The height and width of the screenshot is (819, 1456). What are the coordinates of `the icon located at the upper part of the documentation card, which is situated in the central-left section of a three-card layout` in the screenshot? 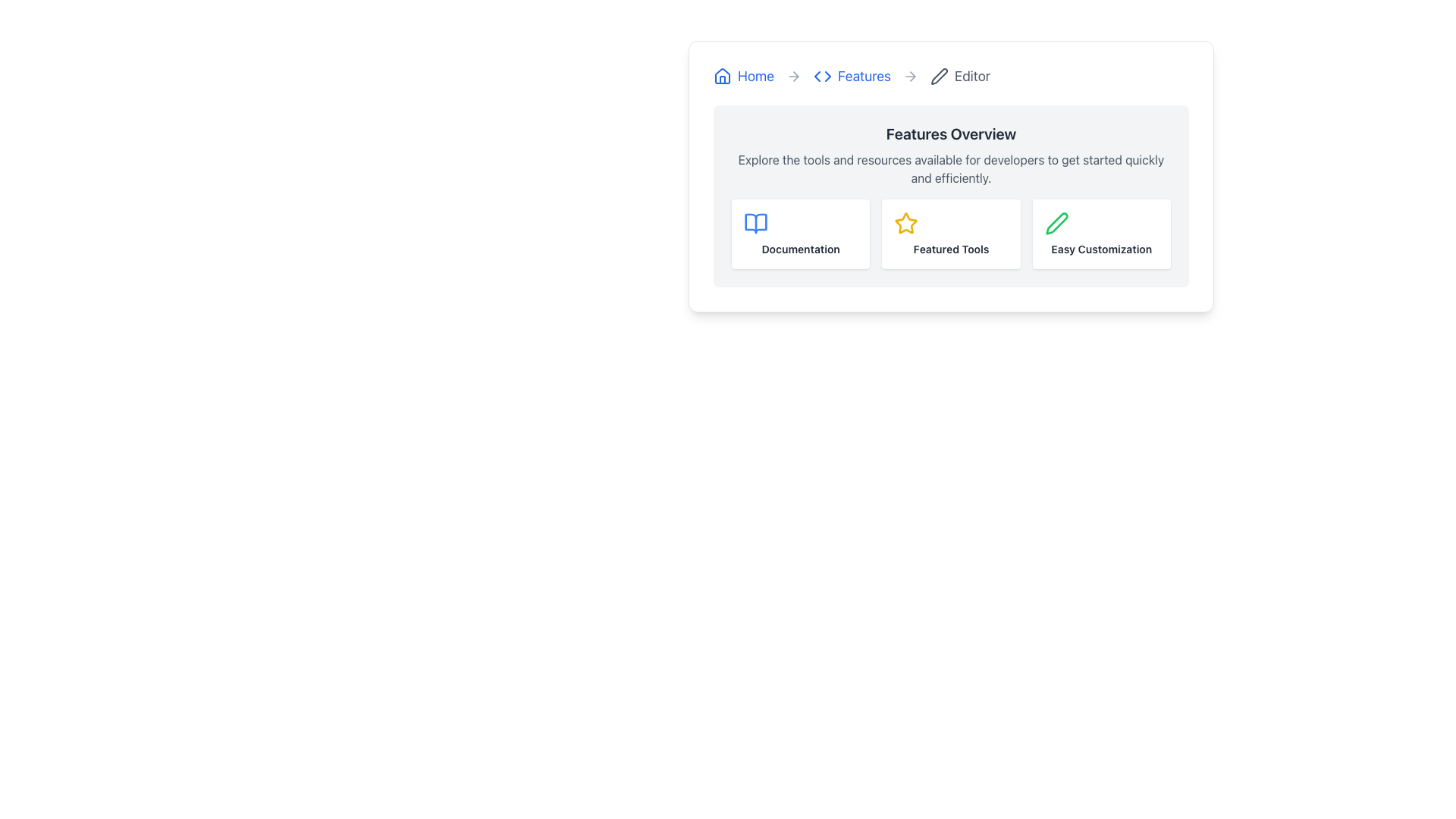 It's located at (756, 223).